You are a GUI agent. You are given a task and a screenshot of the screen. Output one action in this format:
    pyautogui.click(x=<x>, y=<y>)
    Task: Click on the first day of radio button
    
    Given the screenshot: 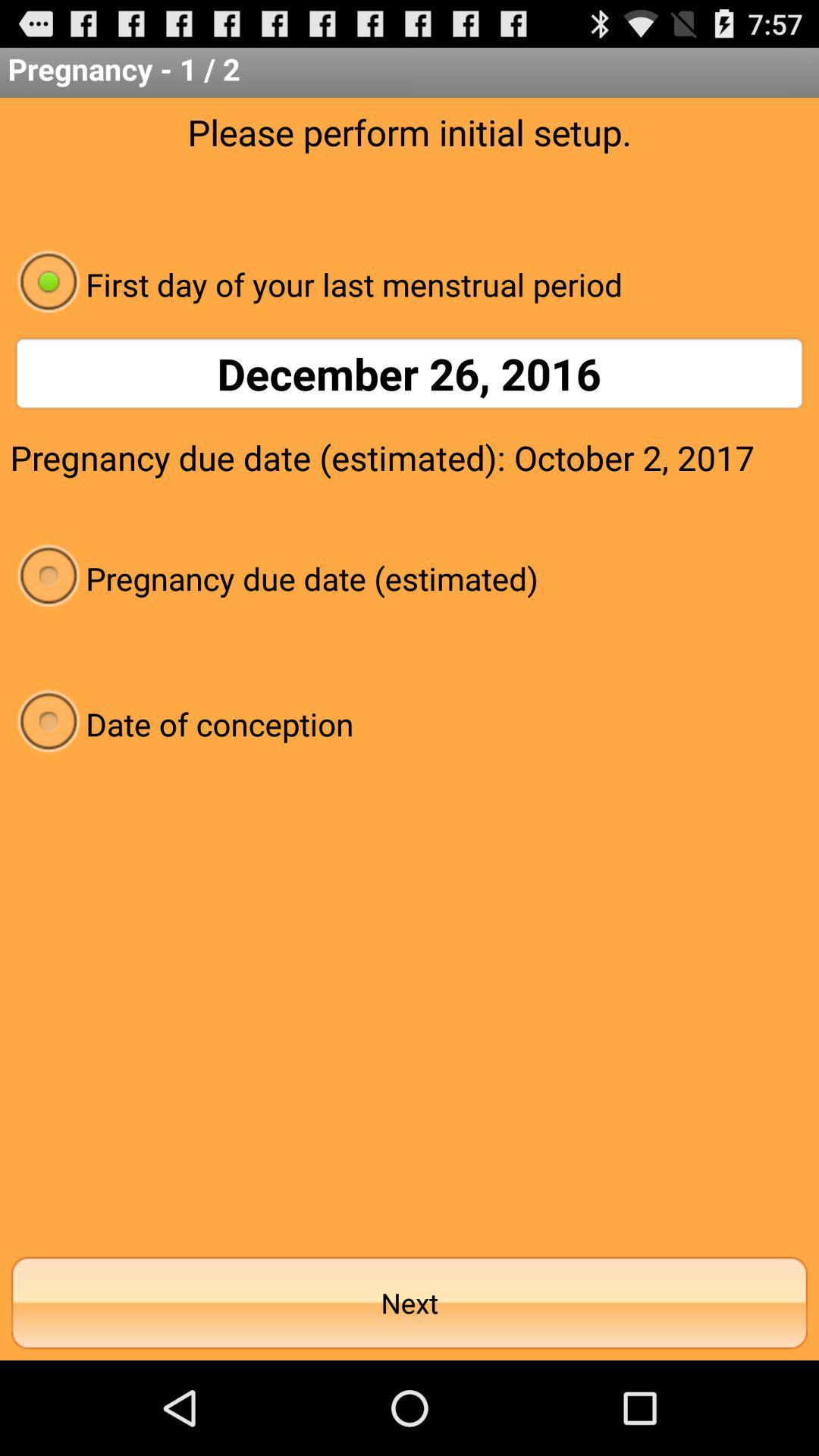 What is the action you would take?
    pyautogui.click(x=409, y=284)
    